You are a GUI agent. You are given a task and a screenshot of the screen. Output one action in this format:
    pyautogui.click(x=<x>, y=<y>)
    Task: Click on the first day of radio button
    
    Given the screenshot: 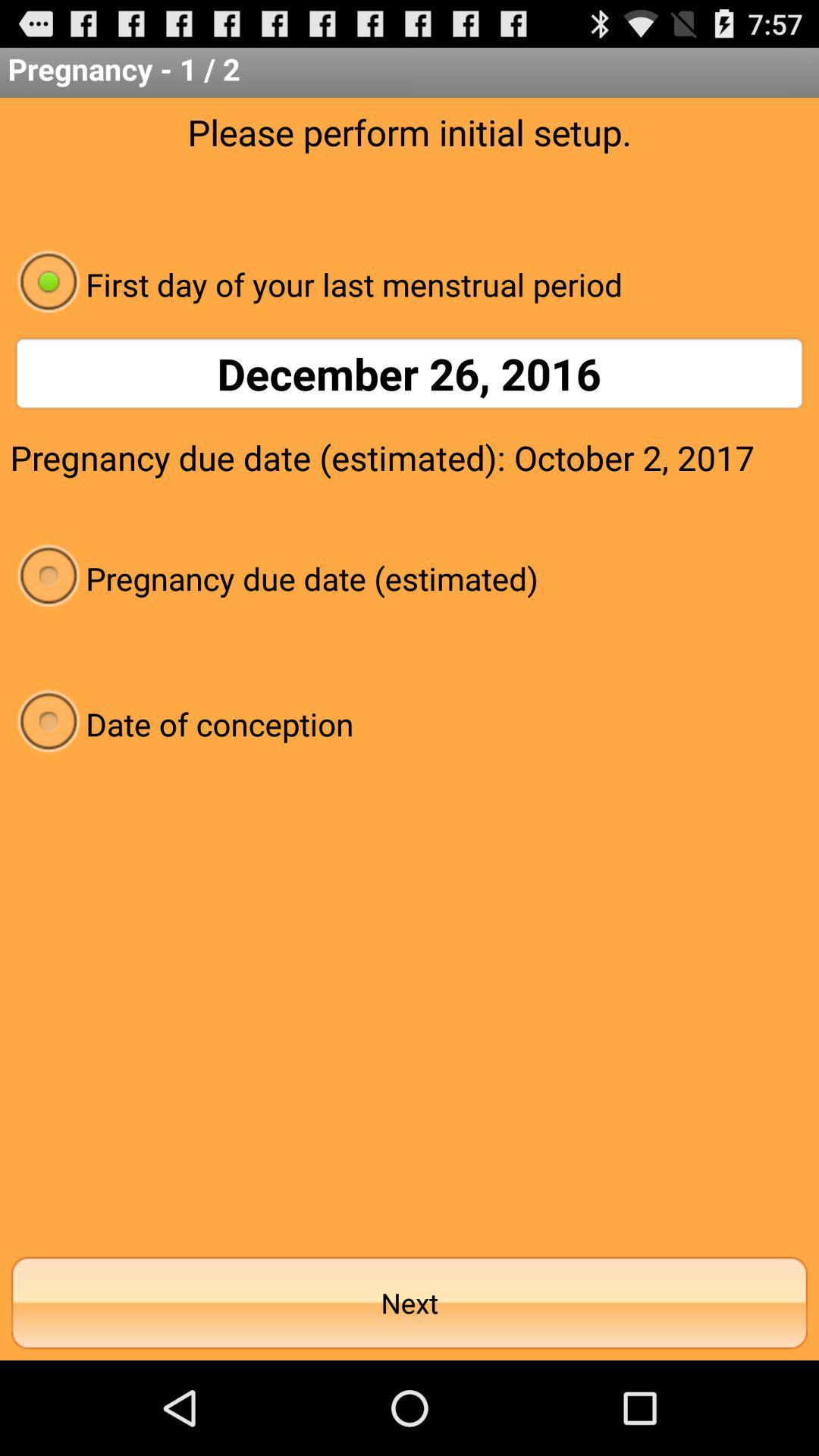 What is the action you would take?
    pyautogui.click(x=409, y=284)
    